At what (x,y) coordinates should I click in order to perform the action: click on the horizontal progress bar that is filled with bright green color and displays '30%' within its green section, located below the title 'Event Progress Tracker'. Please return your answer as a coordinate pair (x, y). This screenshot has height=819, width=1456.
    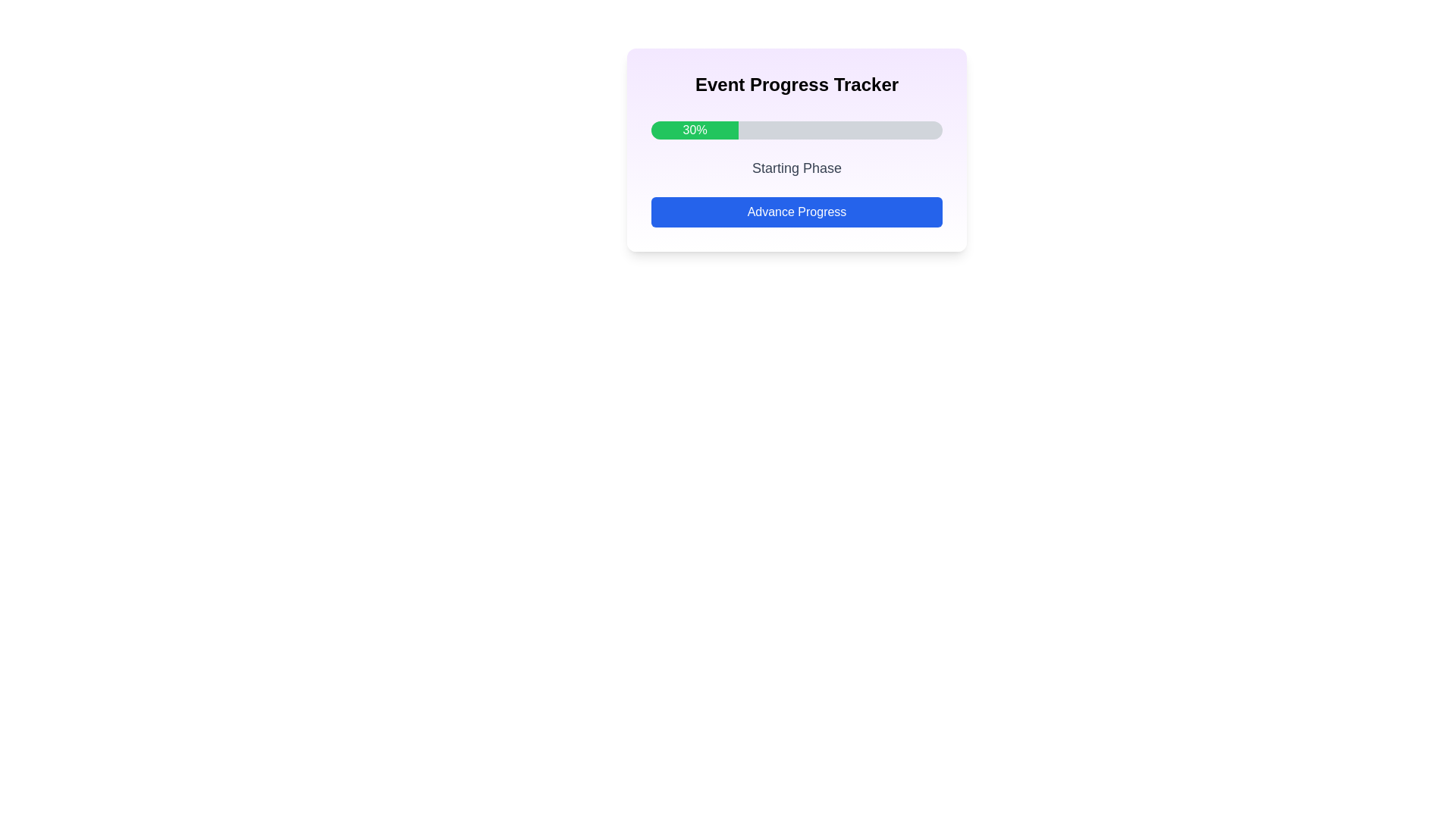
    Looking at the image, I should click on (796, 130).